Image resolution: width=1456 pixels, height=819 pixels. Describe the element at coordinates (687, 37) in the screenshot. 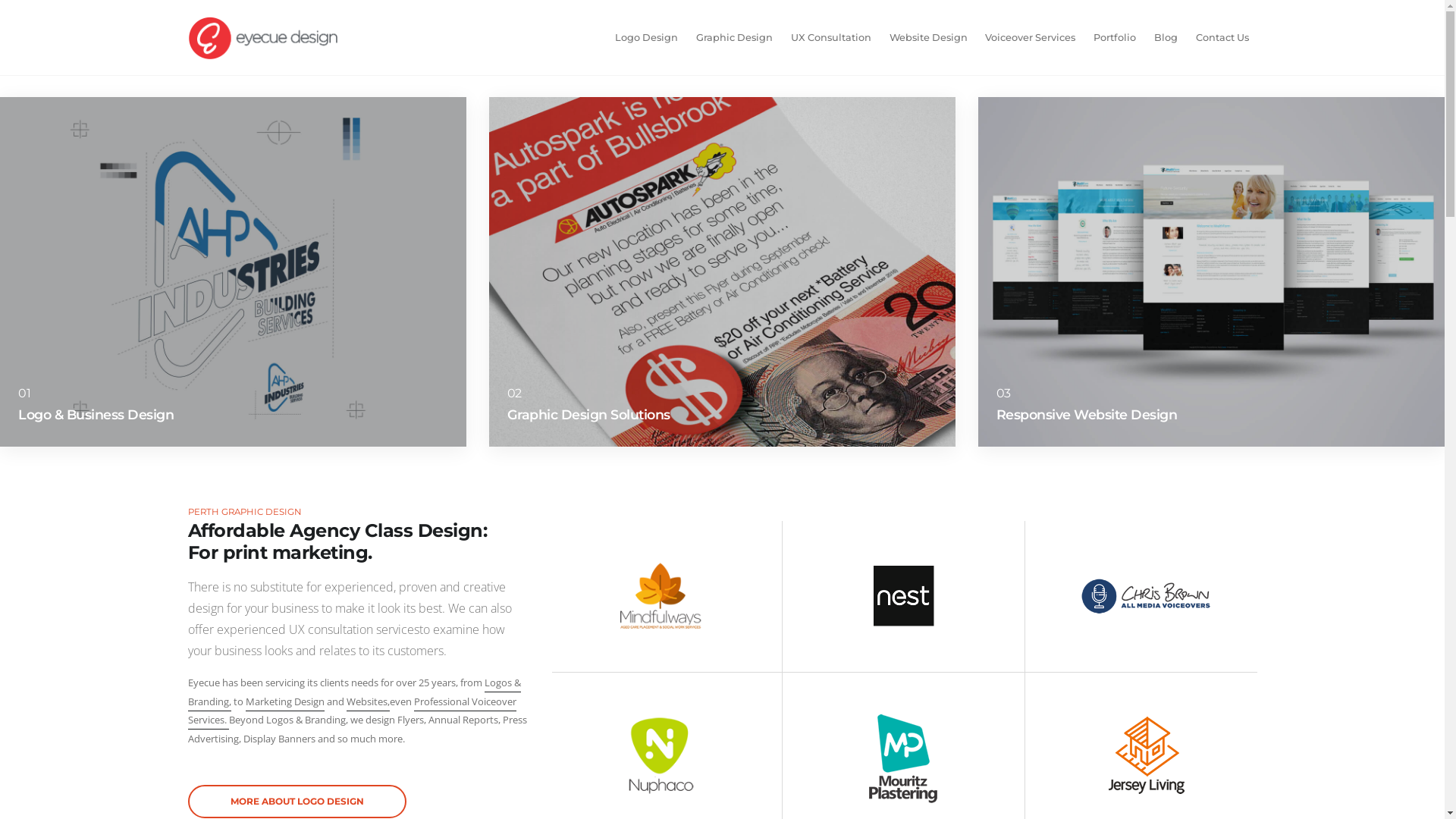

I see `'Graphic Design'` at that location.